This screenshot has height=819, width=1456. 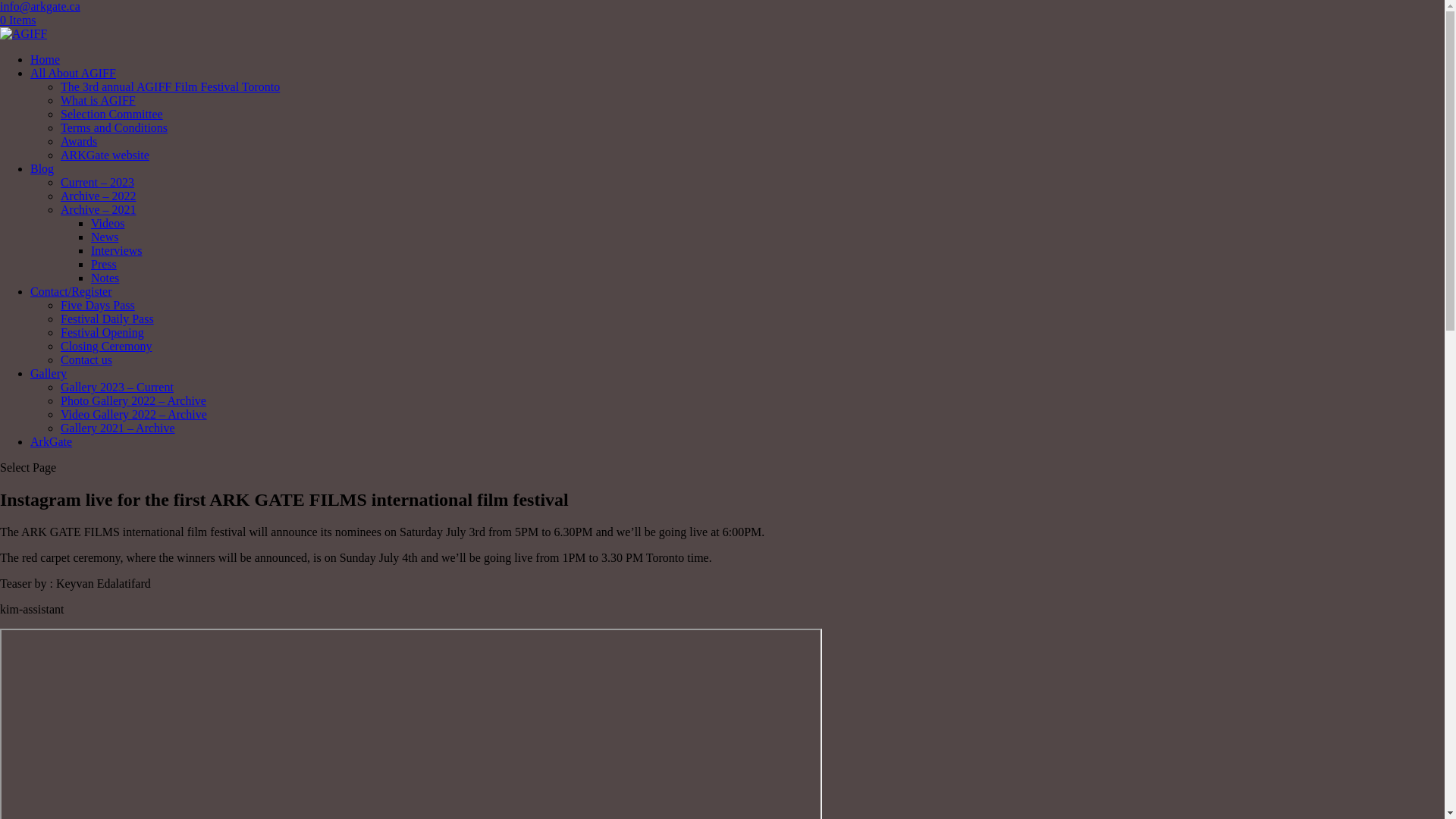 What do you see at coordinates (42, 168) in the screenshot?
I see `'Blog'` at bounding box center [42, 168].